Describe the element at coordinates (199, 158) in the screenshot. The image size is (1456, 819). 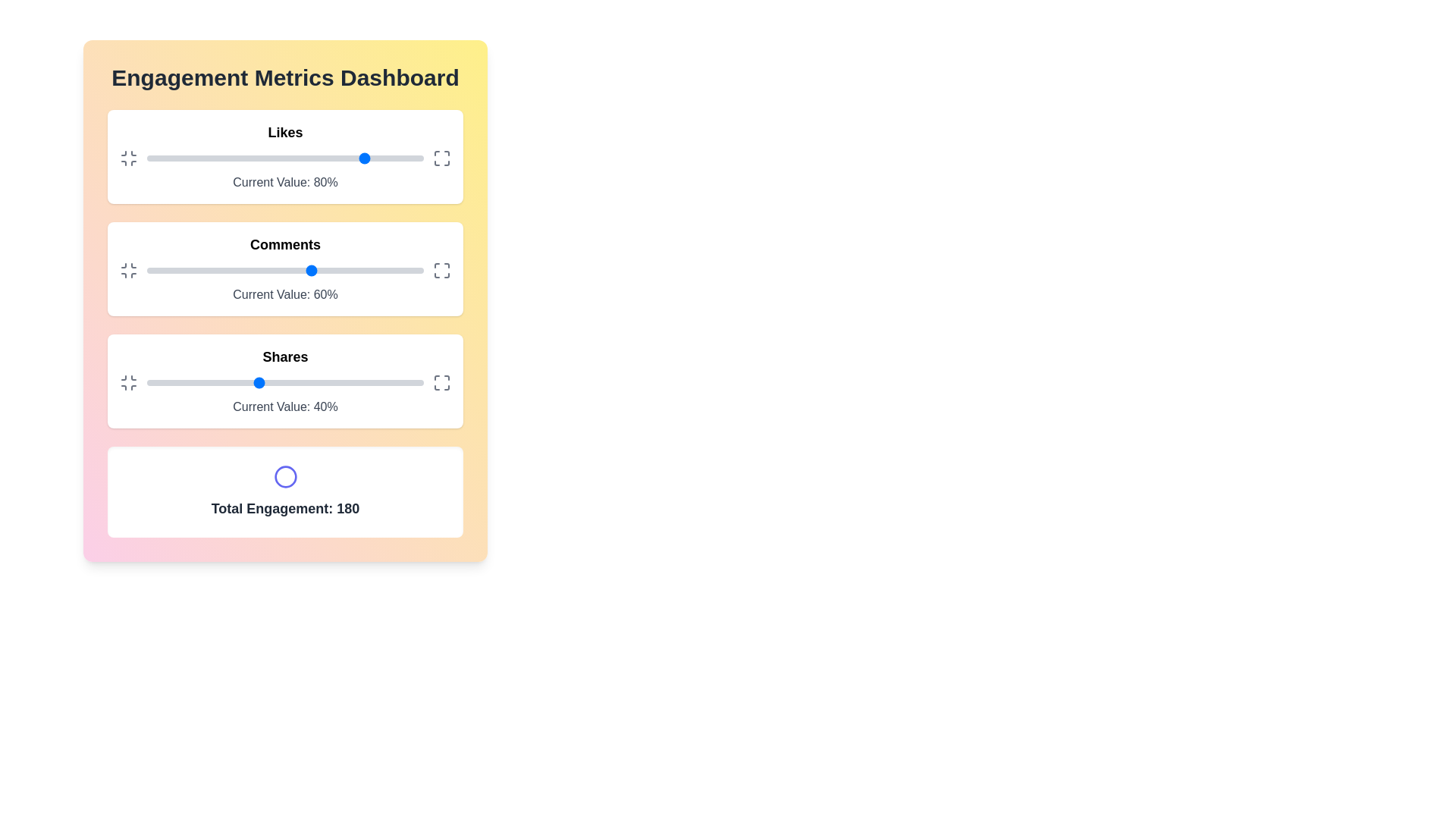
I see `the slider` at that location.